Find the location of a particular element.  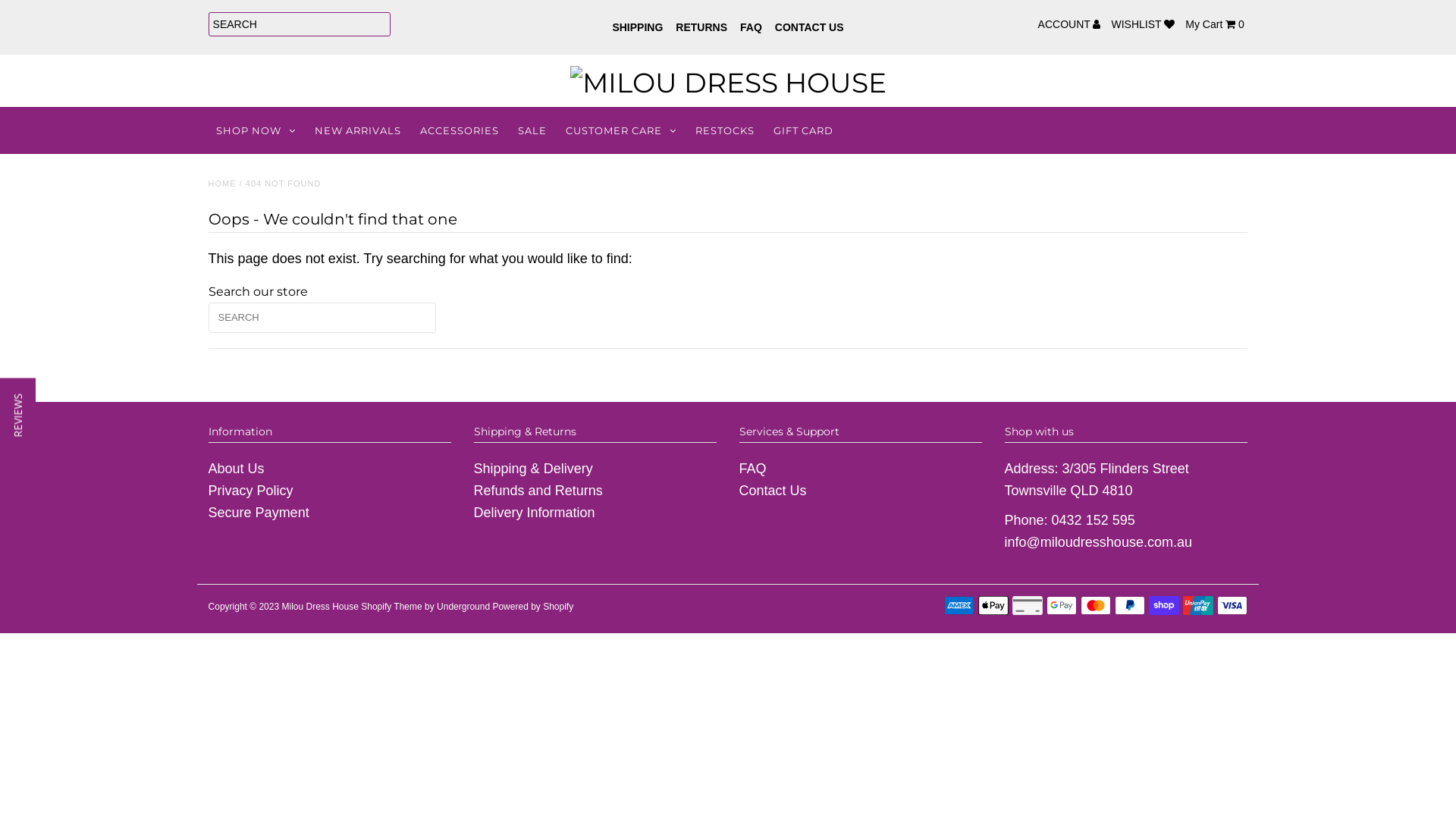

'GIFT CARD' is located at coordinates (802, 130).